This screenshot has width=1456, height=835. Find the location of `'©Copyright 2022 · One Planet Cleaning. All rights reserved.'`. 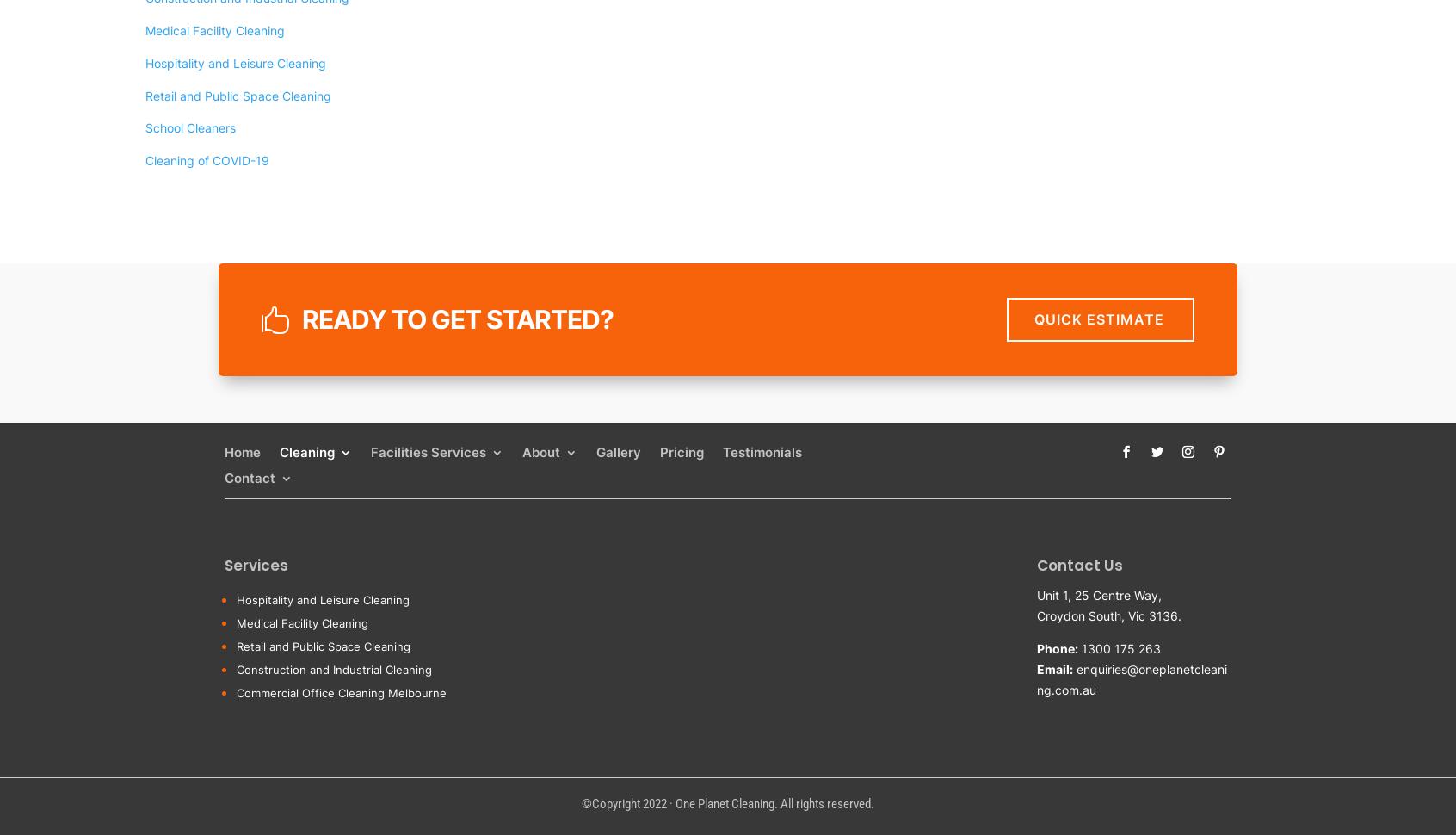

'©Copyright 2022 · One Planet Cleaning. All rights reserved.' is located at coordinates (581, 802).